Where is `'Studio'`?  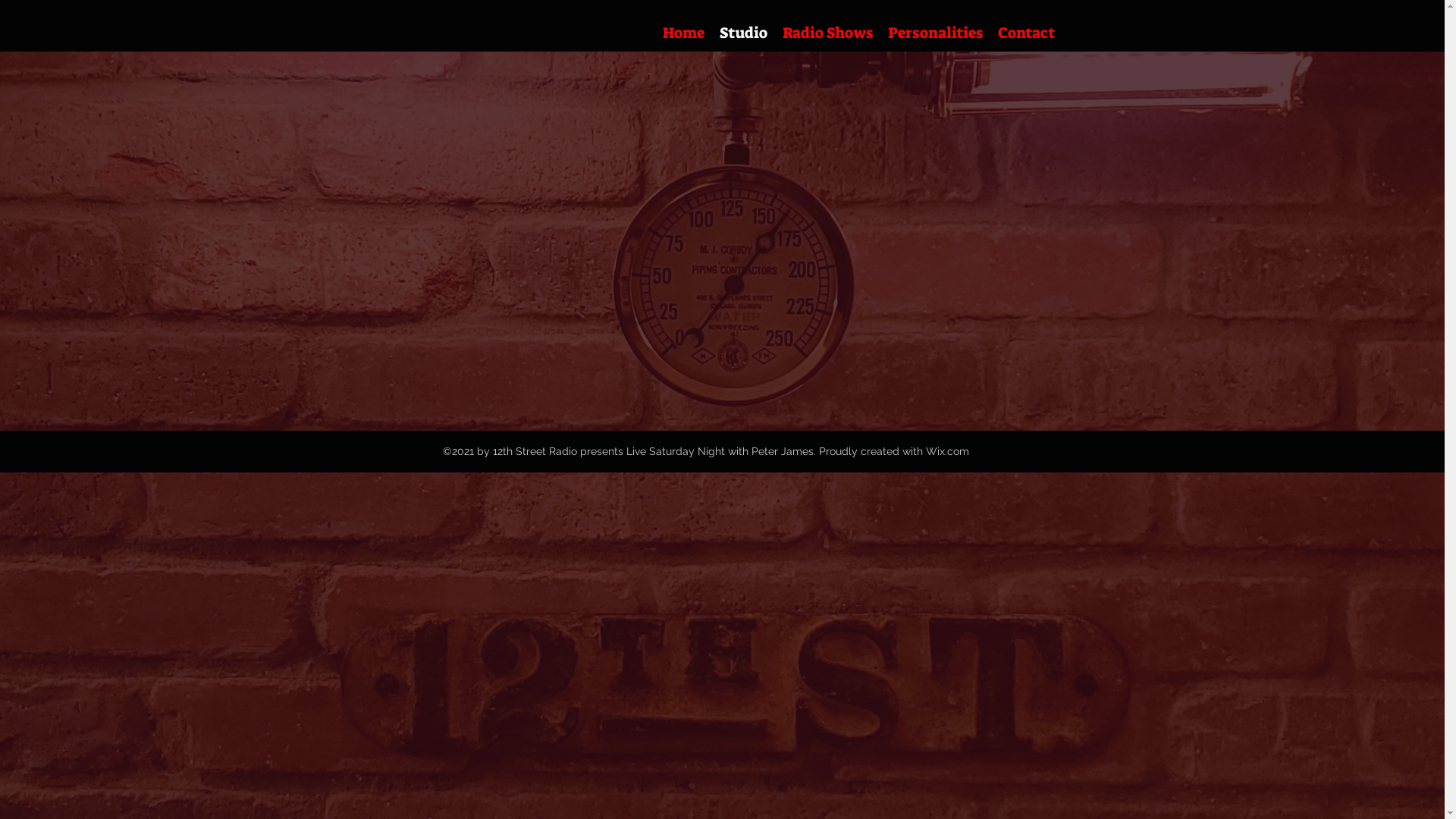
'Studio' is located at coordinates (742, 32).